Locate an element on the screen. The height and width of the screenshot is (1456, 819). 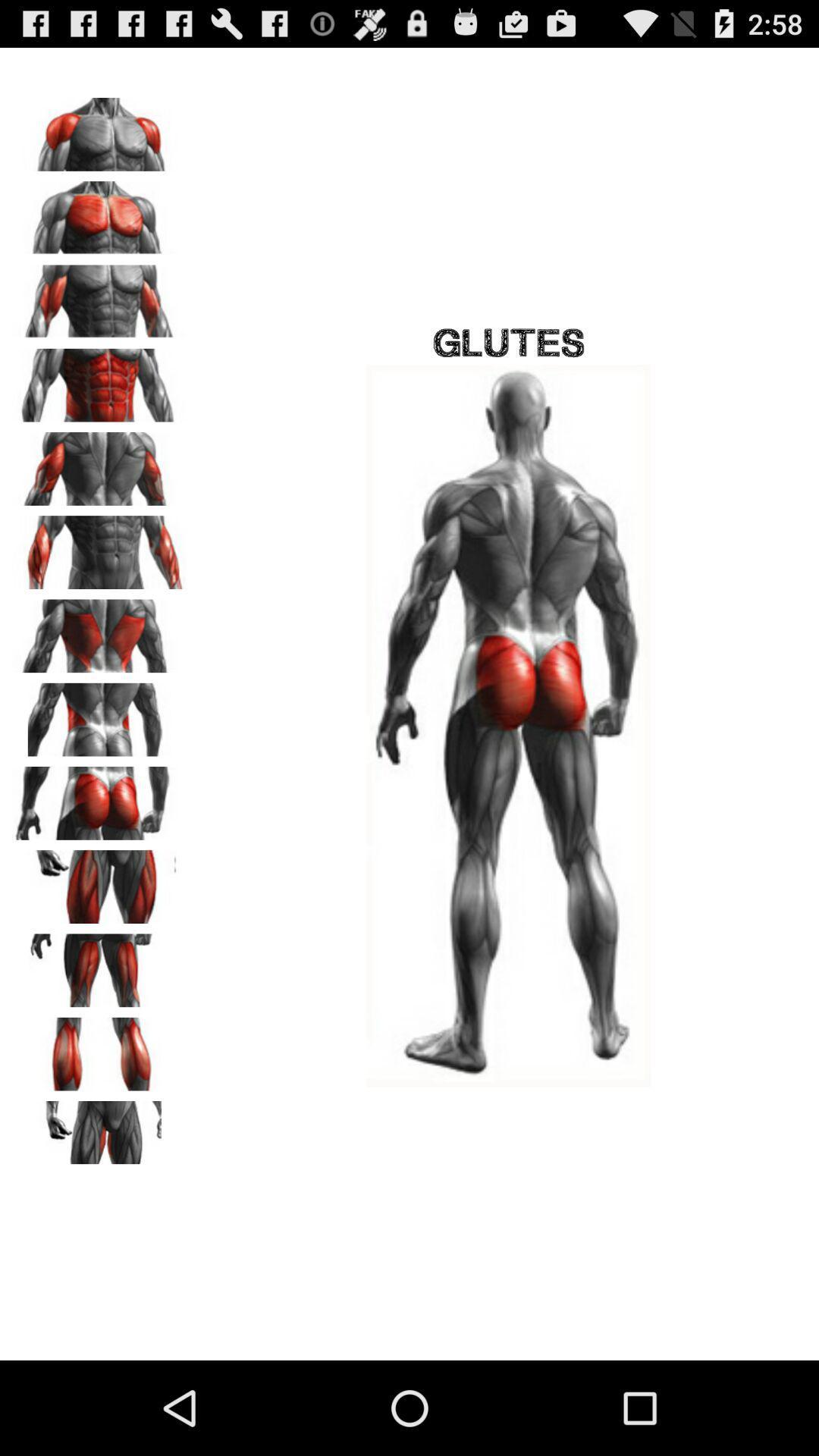
choose muscles is located at coordinates (99, 965).